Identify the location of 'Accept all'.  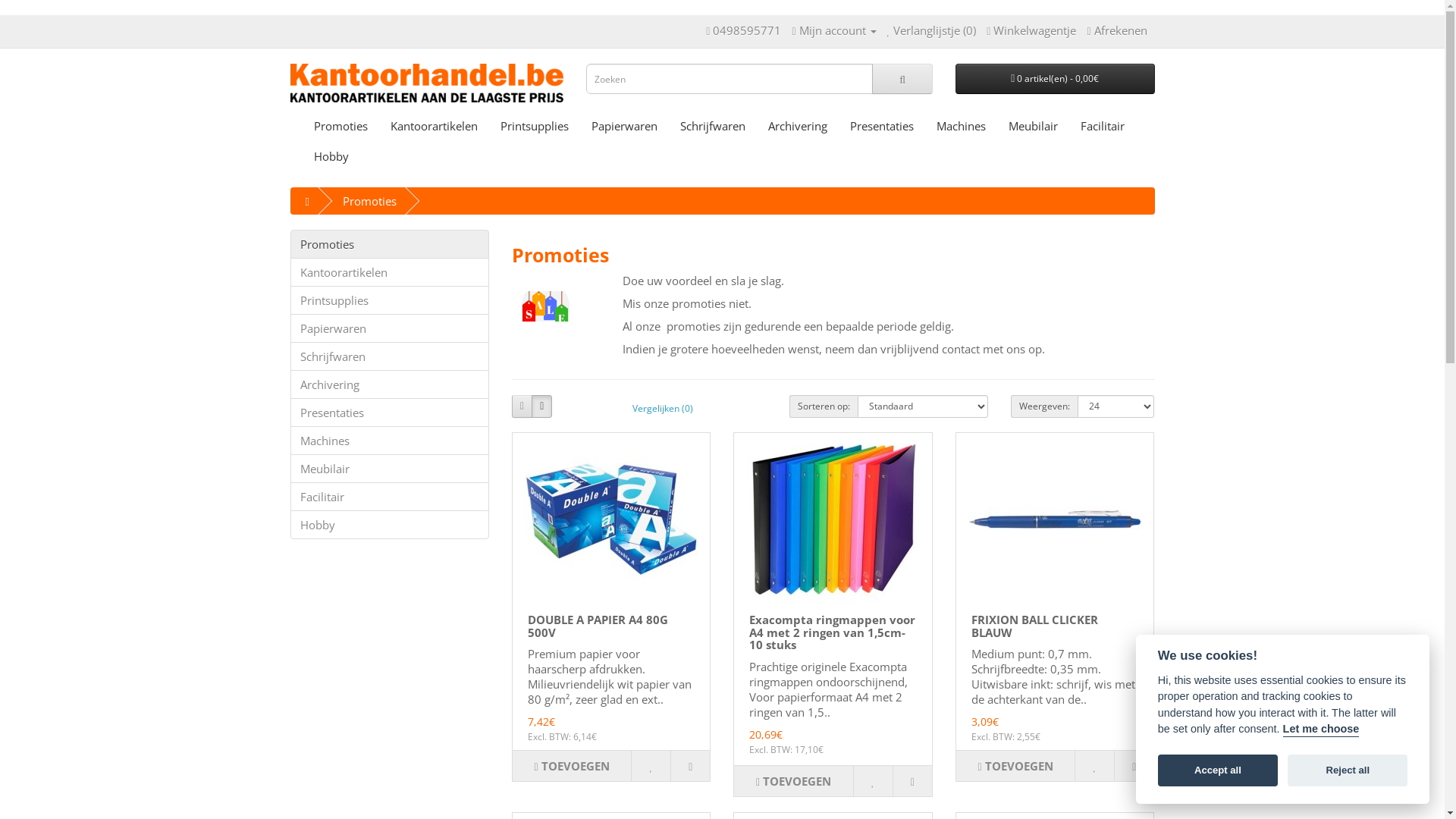
(1218, 771).